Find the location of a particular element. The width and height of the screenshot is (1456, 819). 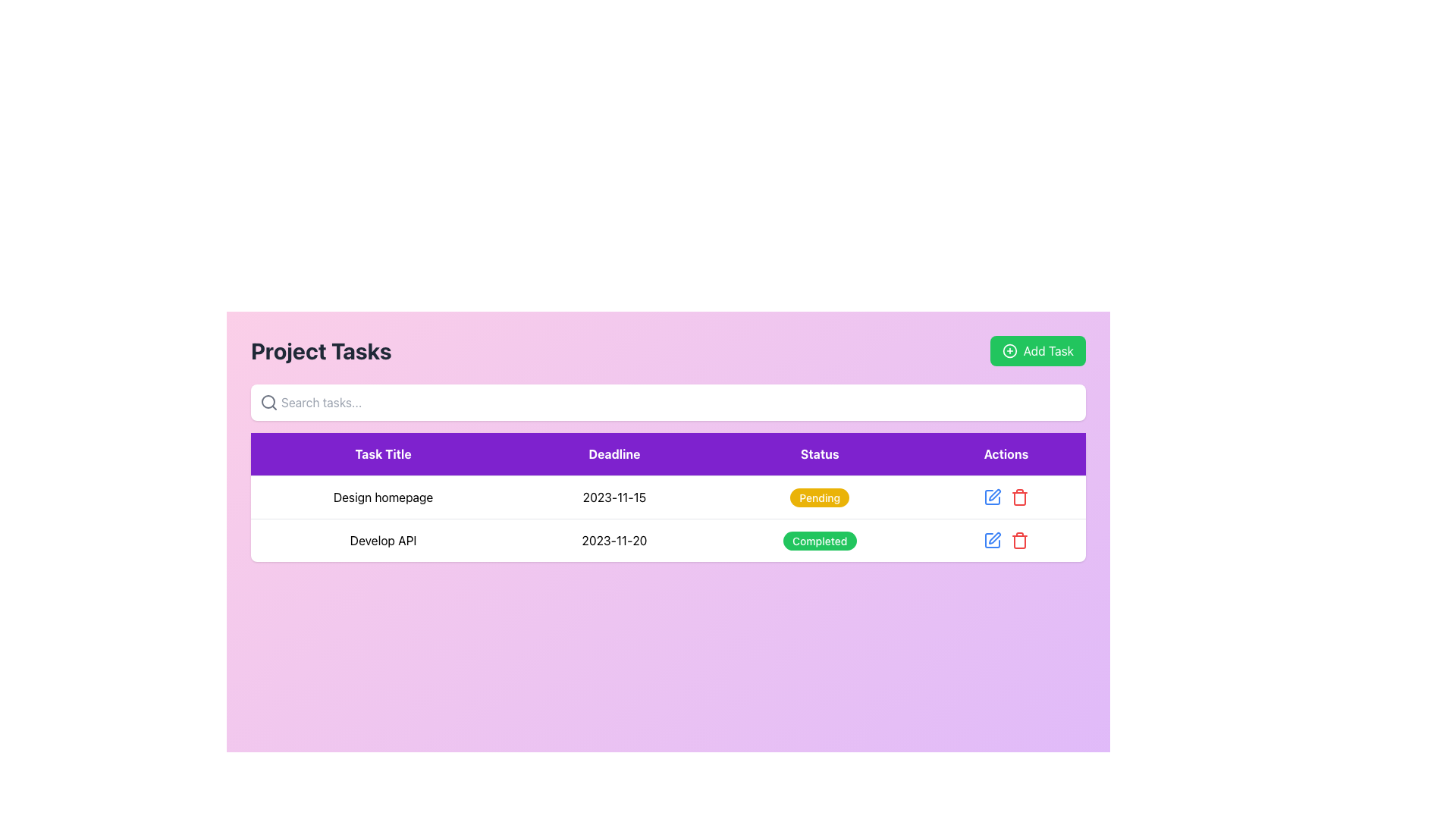

the 'Add Task' icon located in the upper-right corner of the interface to initiate the creation of a new task is located at coordinates (1009, 350).